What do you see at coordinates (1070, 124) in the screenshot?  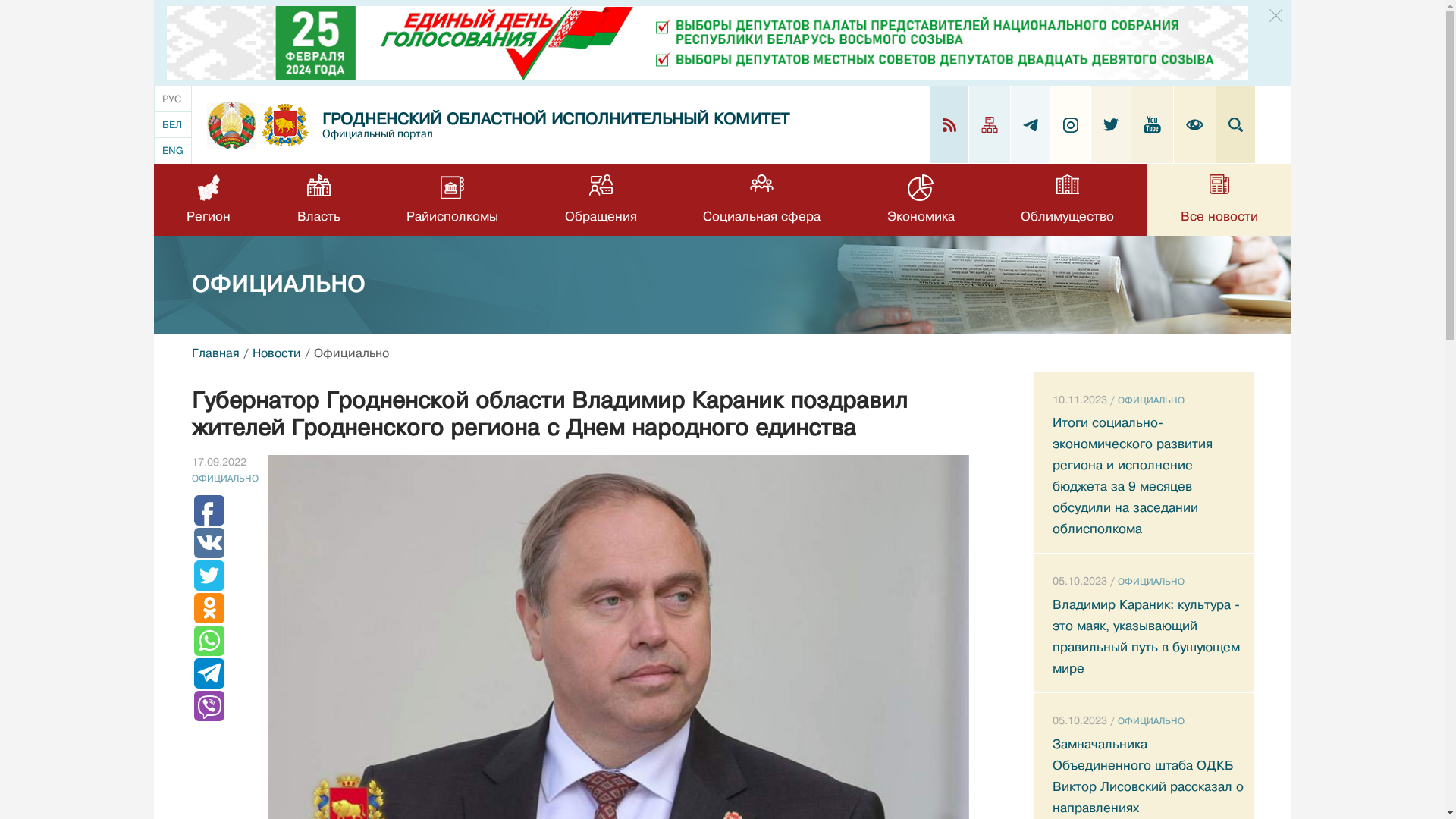 I see `'instagram'` at bounding box center [1070, 124].